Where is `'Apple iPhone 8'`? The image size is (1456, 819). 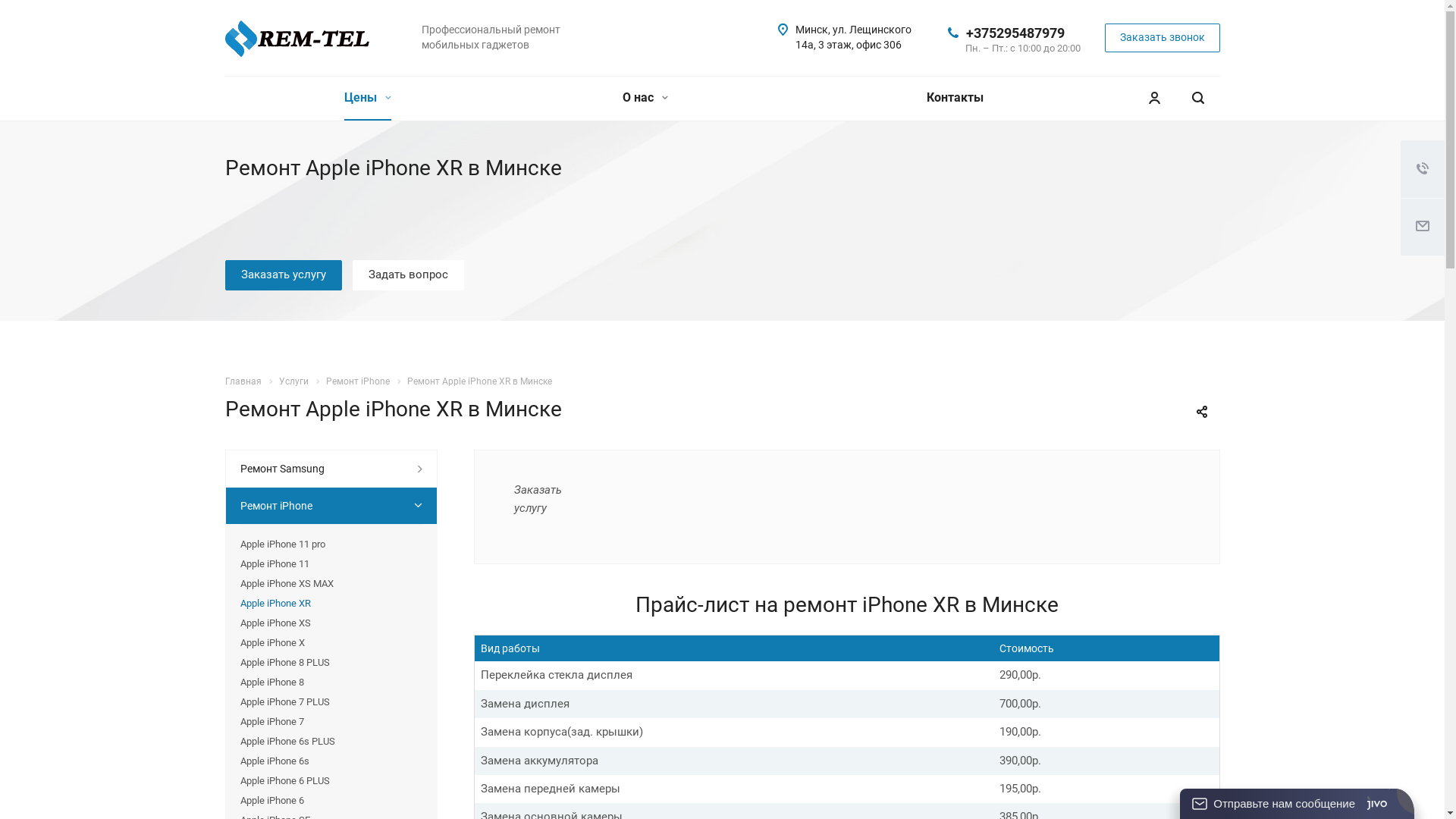 'Apple iPhone 8' is located at coordinates (330, 681).